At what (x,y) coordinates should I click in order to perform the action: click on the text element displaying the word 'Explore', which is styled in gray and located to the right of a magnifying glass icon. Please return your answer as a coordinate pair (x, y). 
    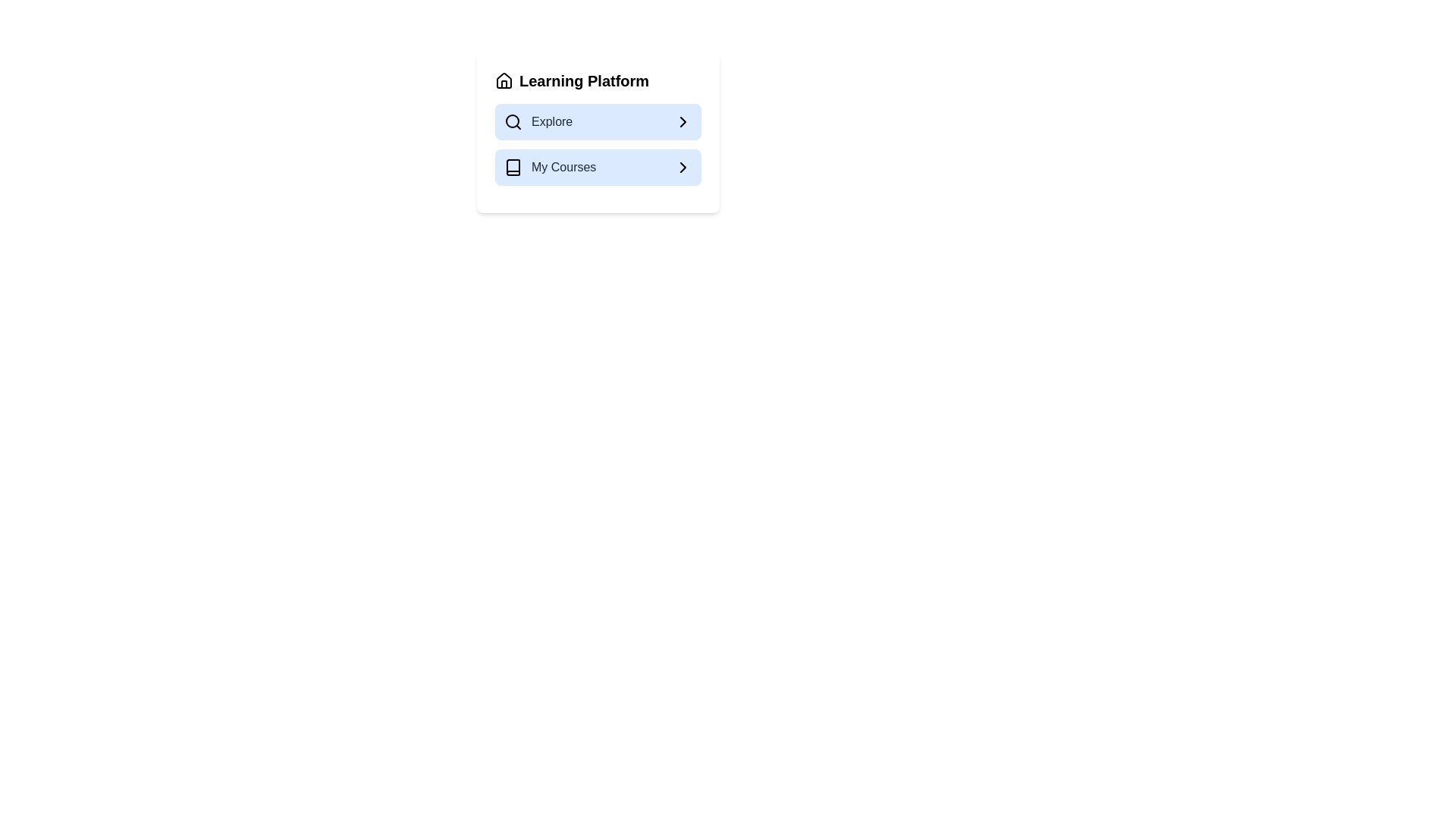
    Looking at the image, I should click on (551, 121).